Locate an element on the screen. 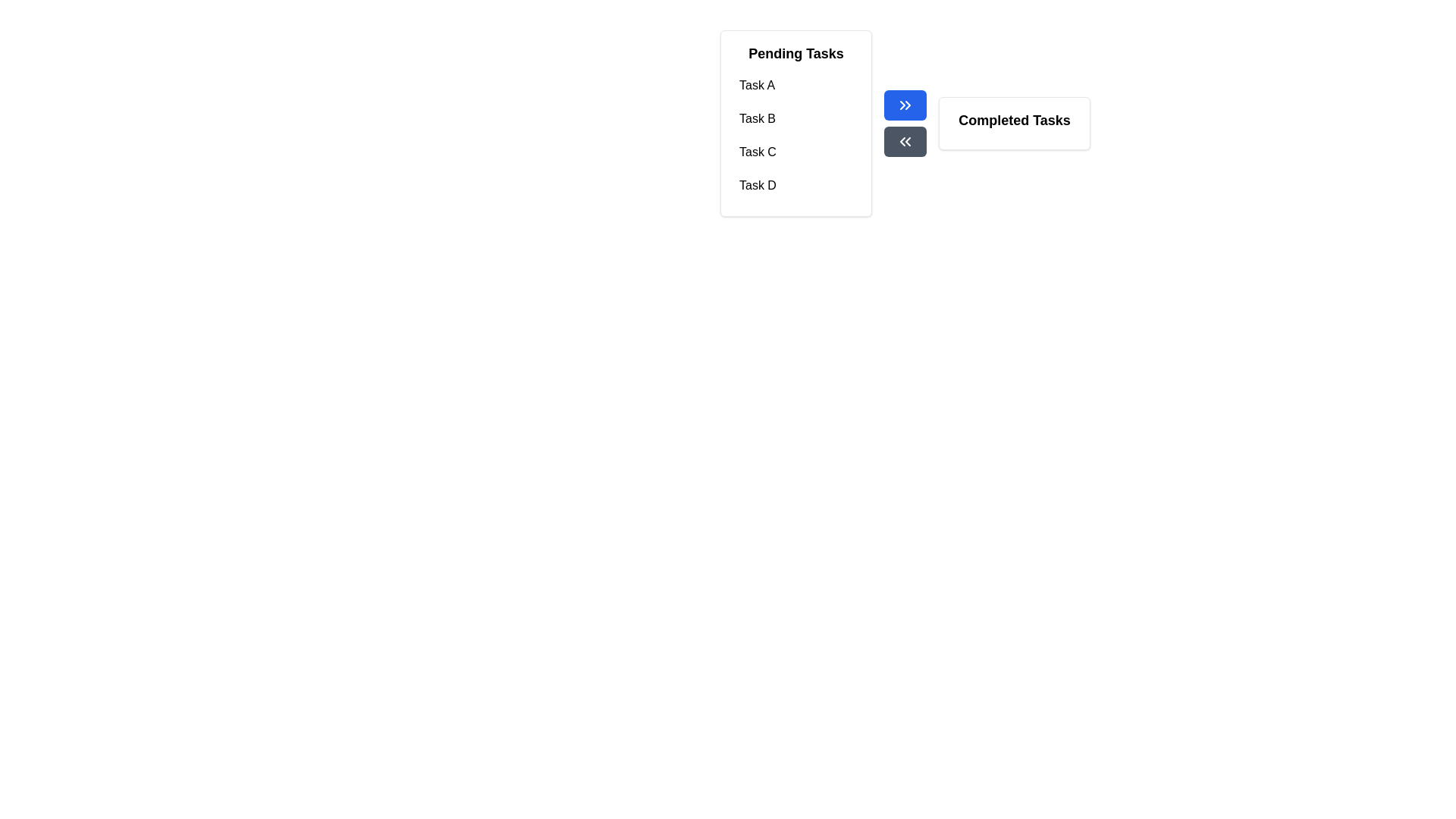  the rightward double chevron arrow icon within the button group is located at coordinates (905, 104).